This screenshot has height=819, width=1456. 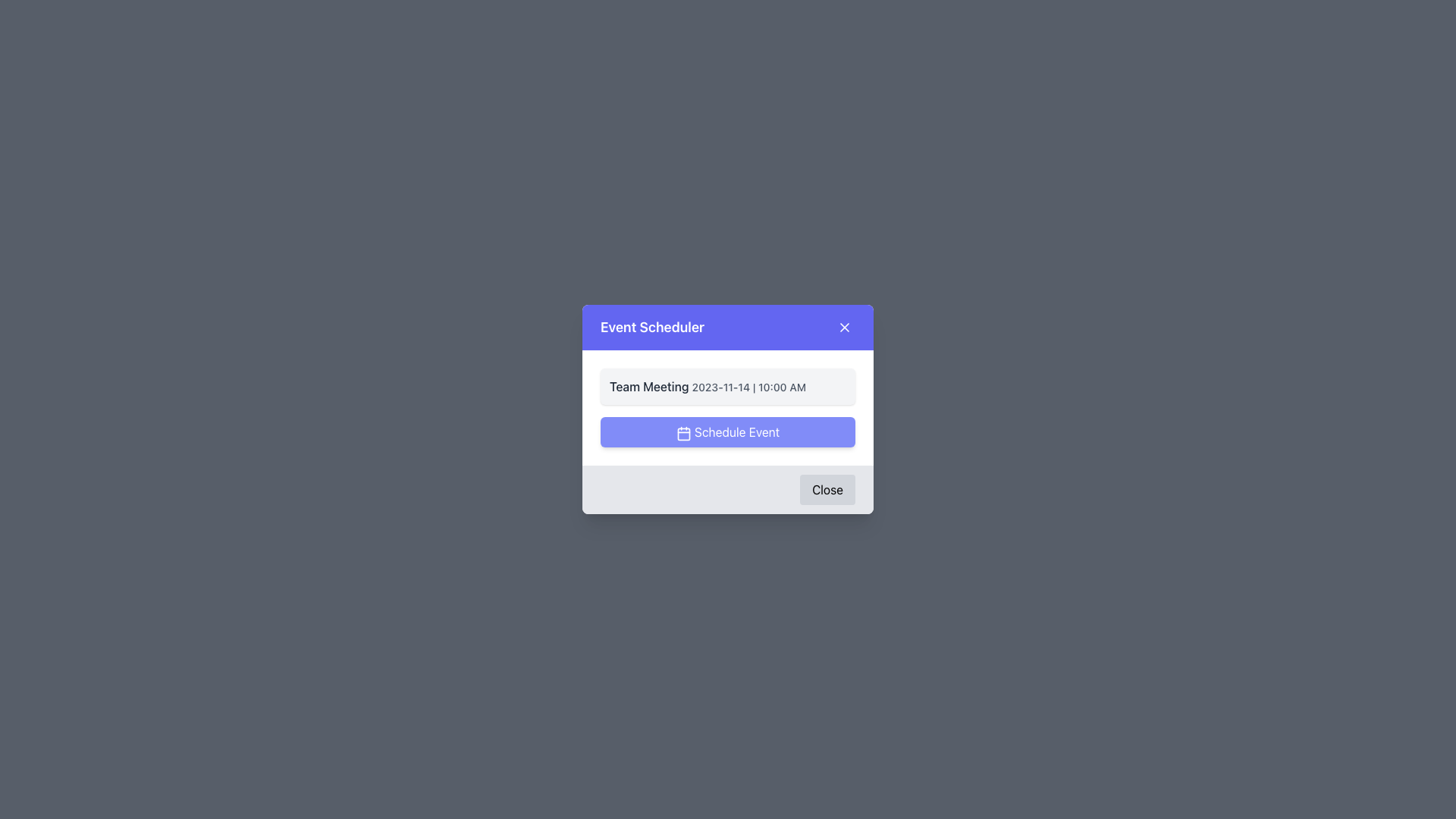 I want to click on the close button located in the lower right corner of the modal dialog box to observe the background color change, so click(x=827, y=489).